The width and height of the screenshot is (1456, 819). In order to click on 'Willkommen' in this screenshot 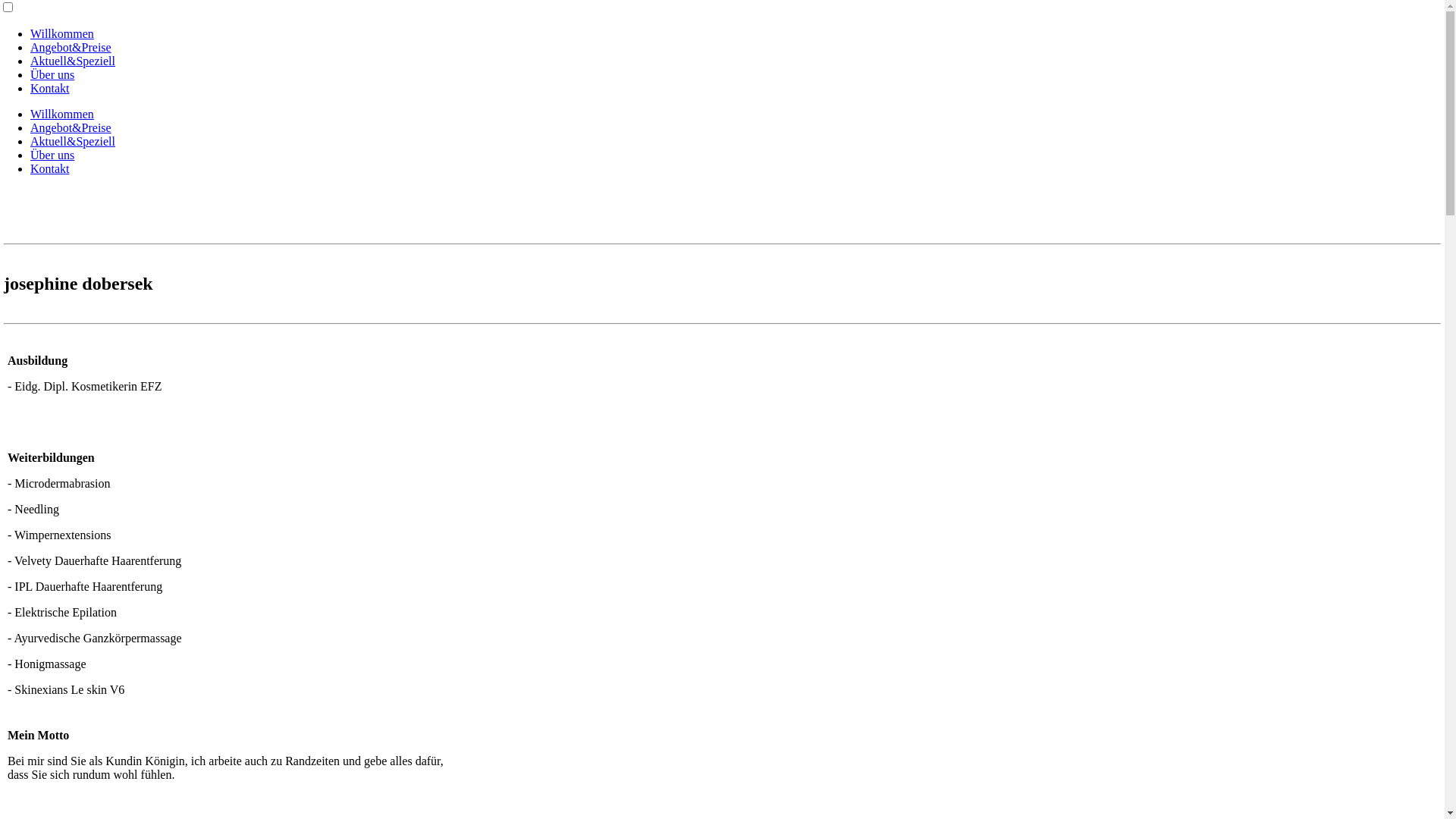, I will do `click(61, 113)`.